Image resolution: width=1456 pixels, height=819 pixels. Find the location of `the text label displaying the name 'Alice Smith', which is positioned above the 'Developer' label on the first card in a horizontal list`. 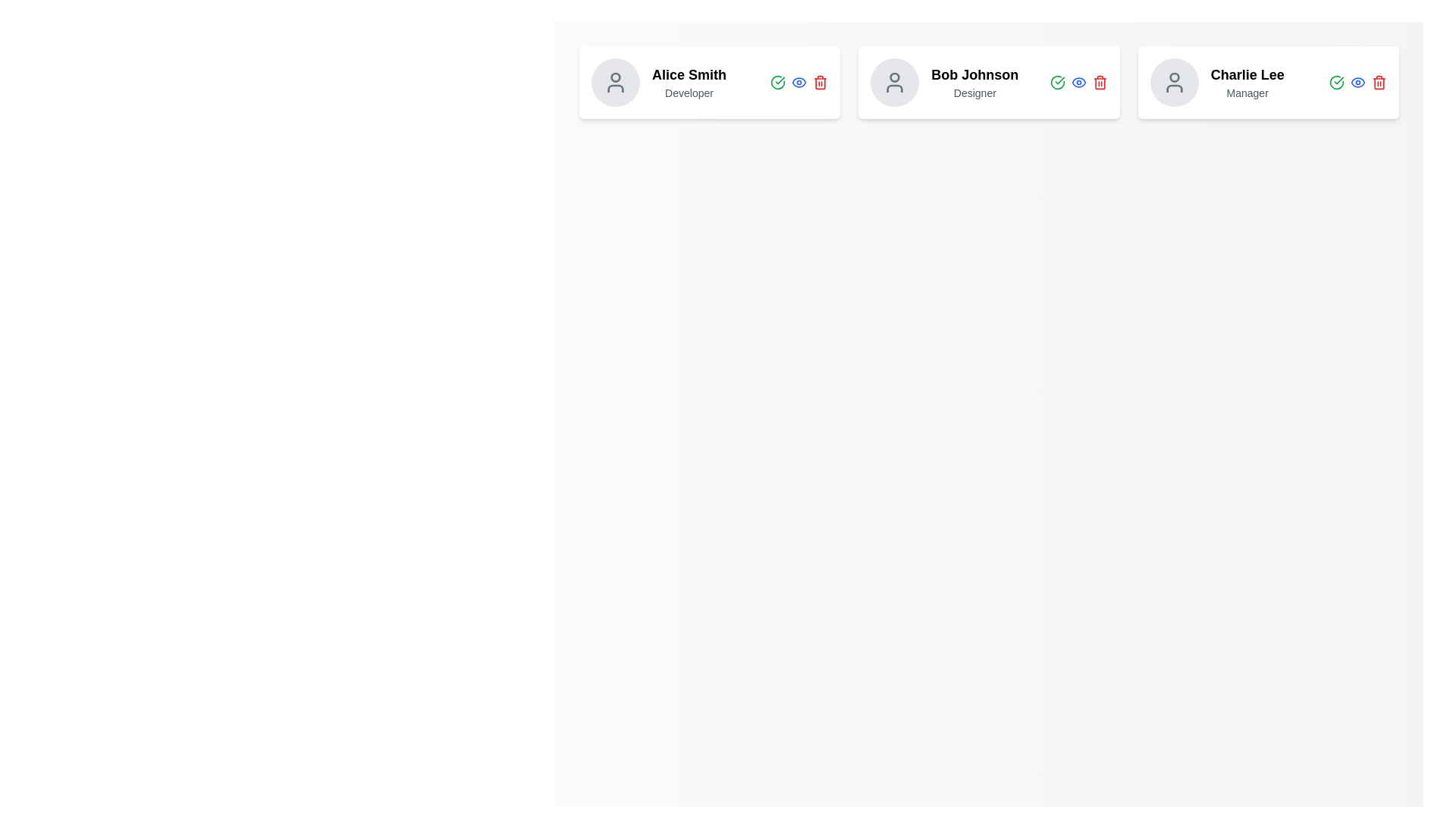

the text label displaying the name 'Alice Smith', which is positioned above the 'Developer' label on the first card in a horizontal list is located at coordinates (688, 75).